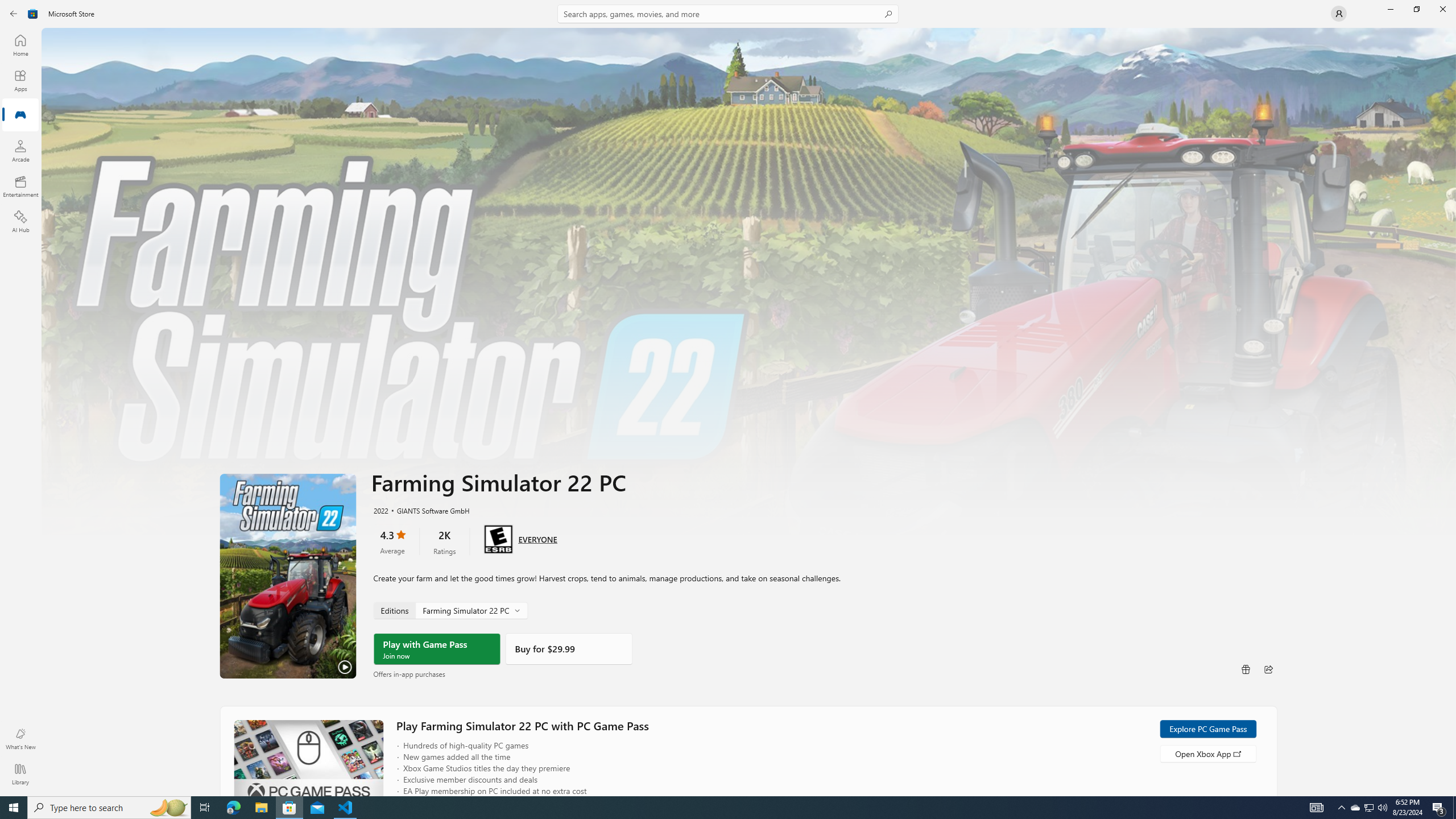 The width and height of the screenshot is (1456, 819). I want to click on 'Buy as gift', so click(1245, 668).